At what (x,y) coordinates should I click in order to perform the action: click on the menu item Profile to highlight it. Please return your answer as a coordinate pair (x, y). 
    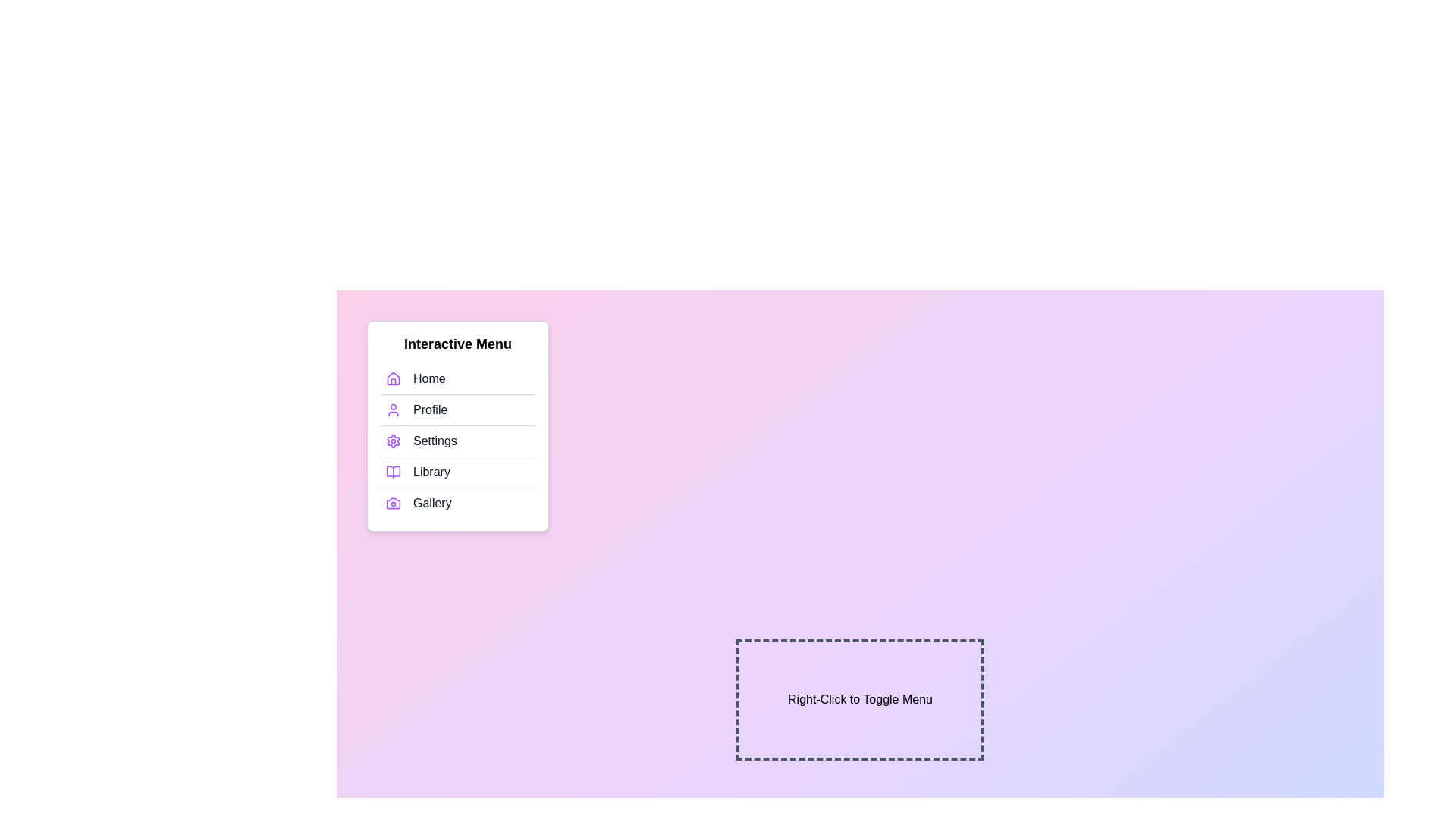
    Looking at the image, I should click on (457, 409).